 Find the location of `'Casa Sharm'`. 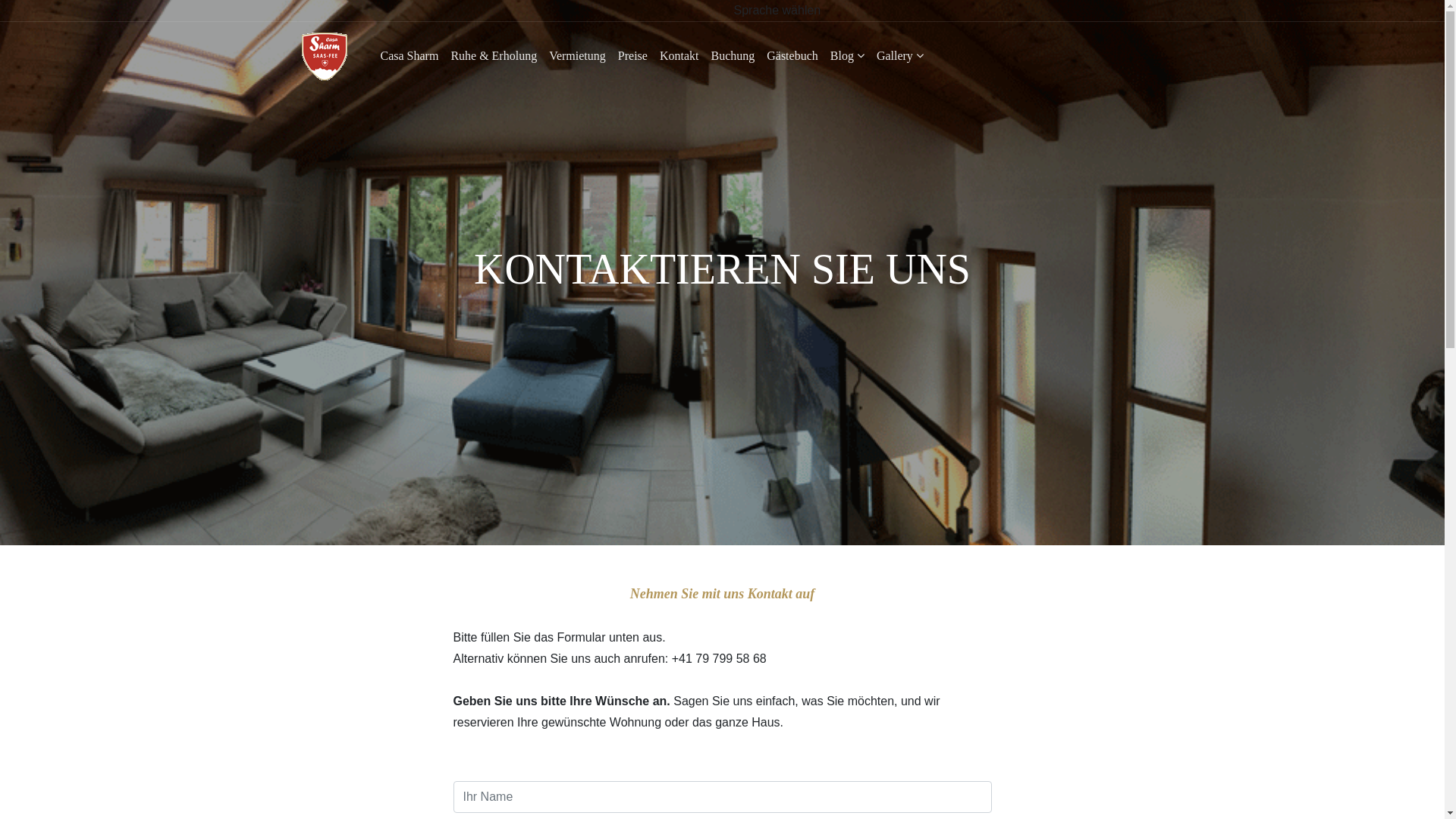

'Casa Sharm' is located at coordinates (409, 55).